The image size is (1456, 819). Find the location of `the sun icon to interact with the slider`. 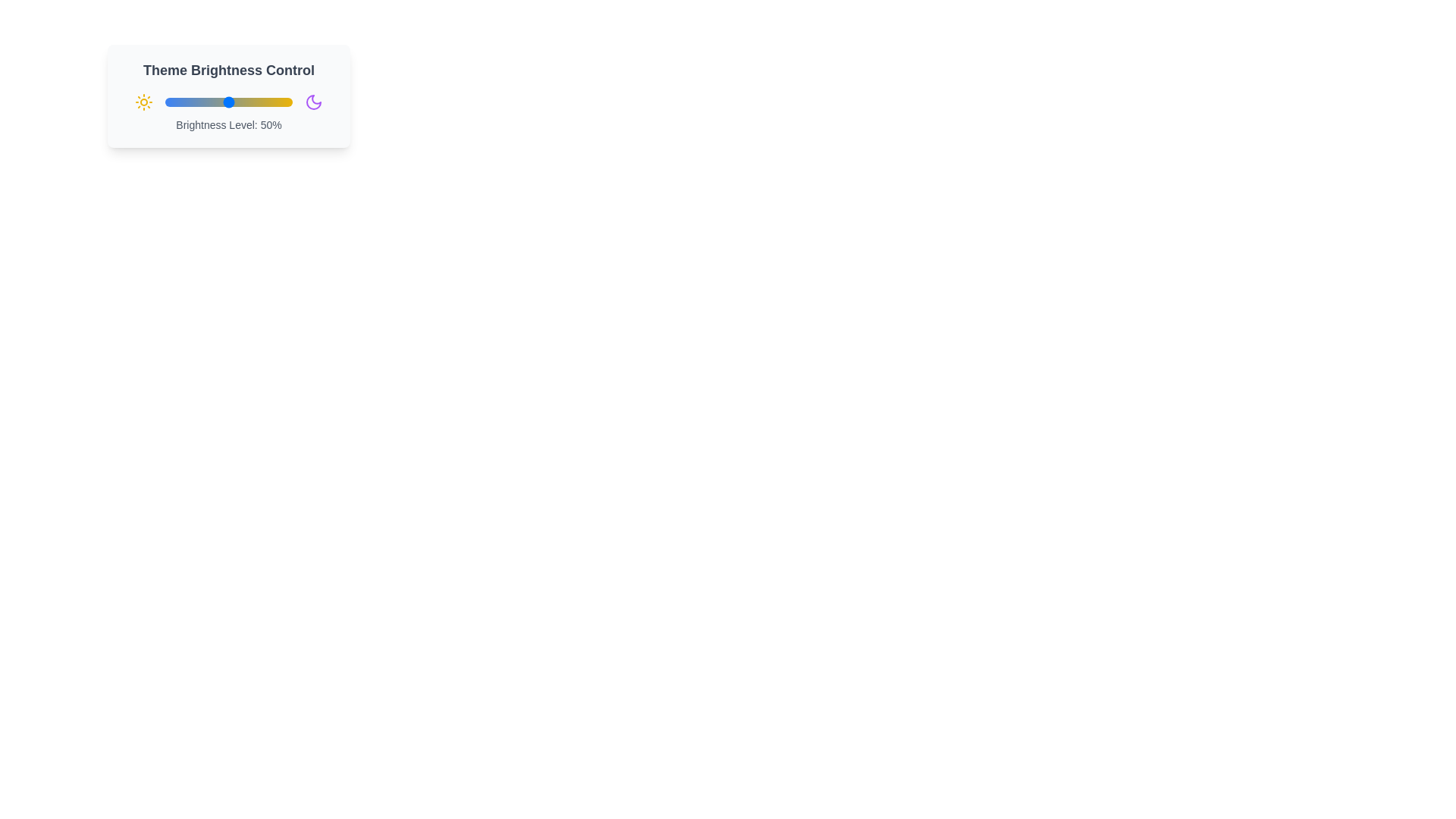

the sun icon to interact with the slider is located at coordinates (144, 102).